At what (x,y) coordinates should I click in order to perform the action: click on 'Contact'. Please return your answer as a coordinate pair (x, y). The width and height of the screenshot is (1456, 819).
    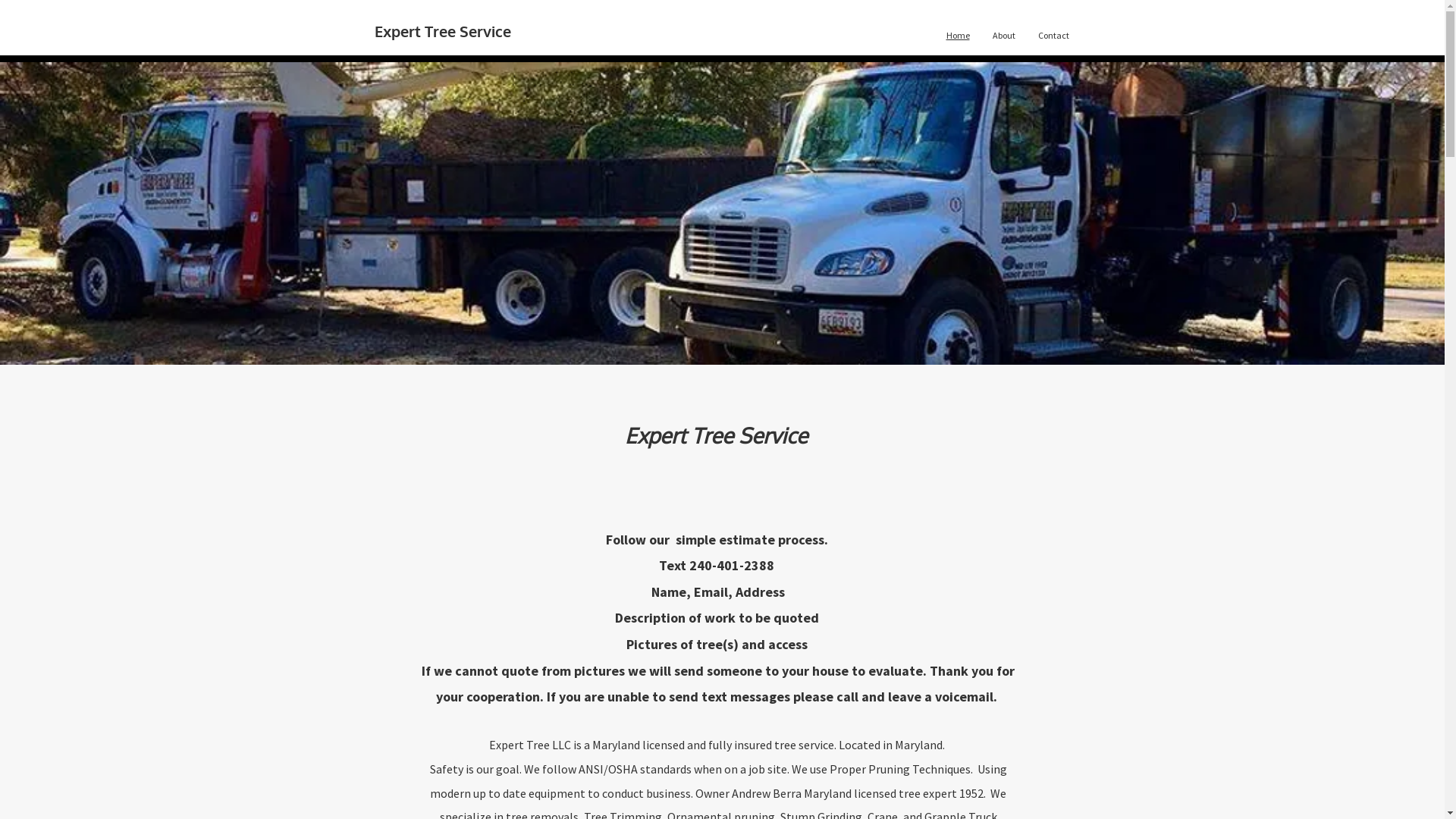
    Looking at the image, I should click on (1026, 34).